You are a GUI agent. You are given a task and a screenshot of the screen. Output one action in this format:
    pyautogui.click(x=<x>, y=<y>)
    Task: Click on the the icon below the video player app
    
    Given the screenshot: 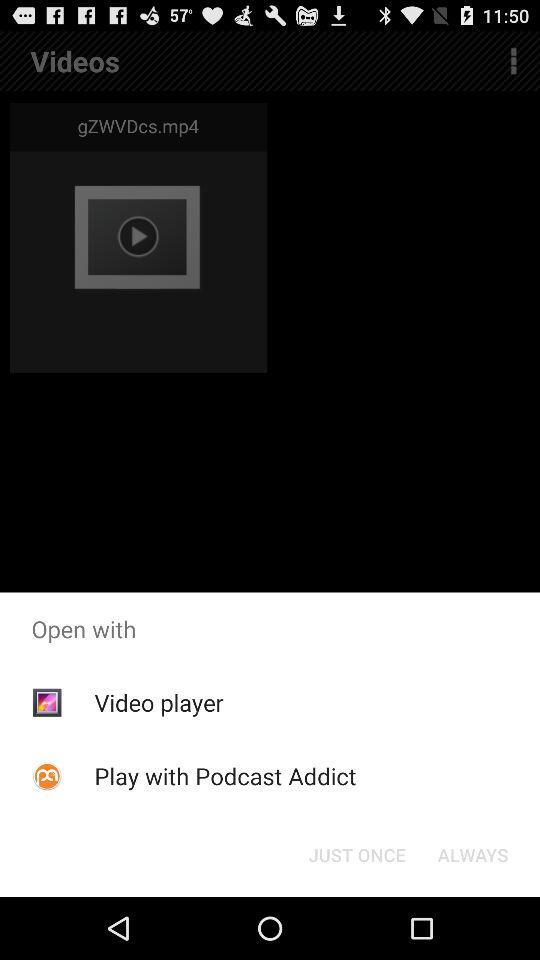 What is the action you would take?
    pyautogui.click(x=224, y=775)
    